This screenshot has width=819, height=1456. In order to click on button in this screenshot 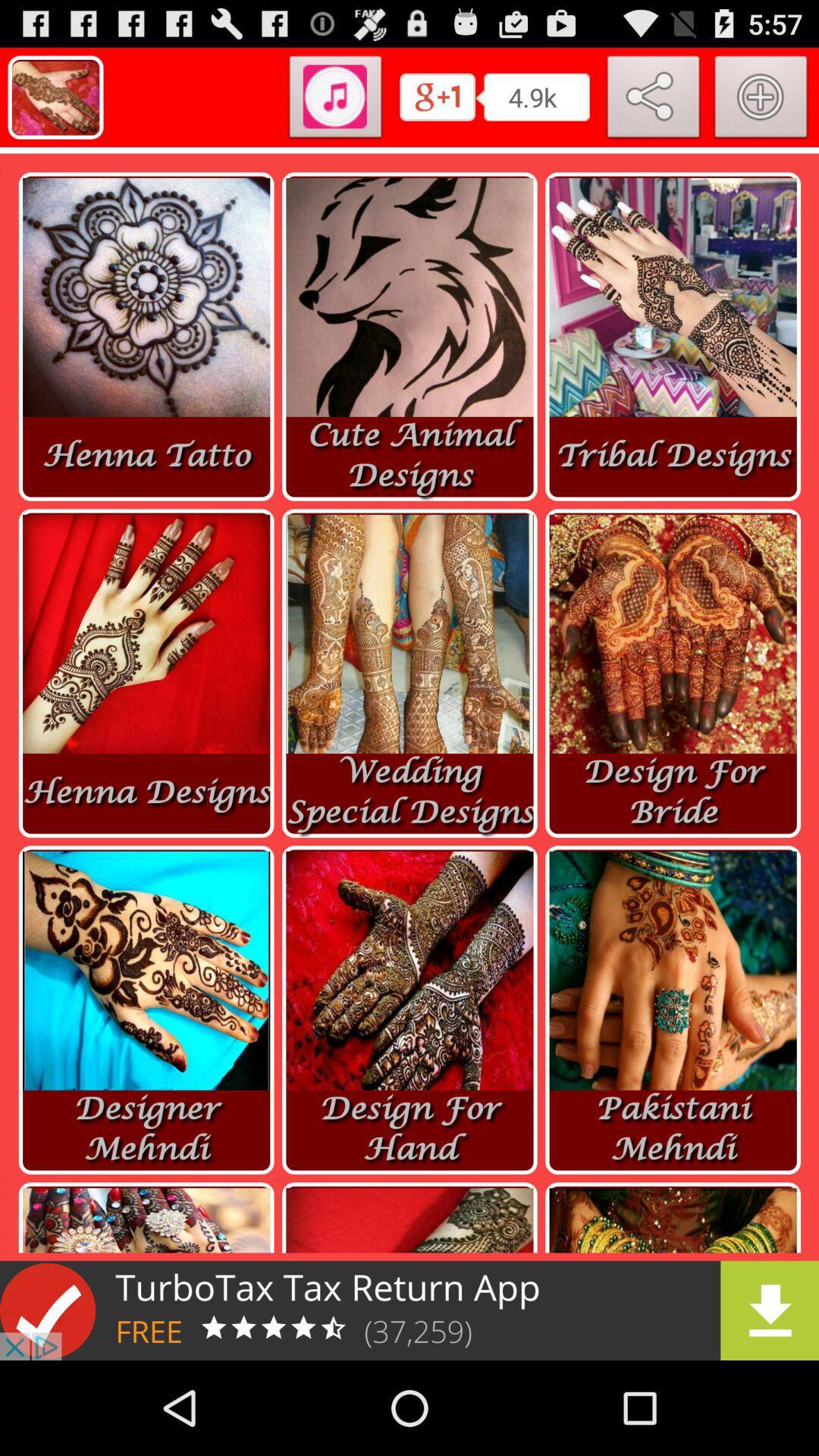, I will do `click(761, 99)`.